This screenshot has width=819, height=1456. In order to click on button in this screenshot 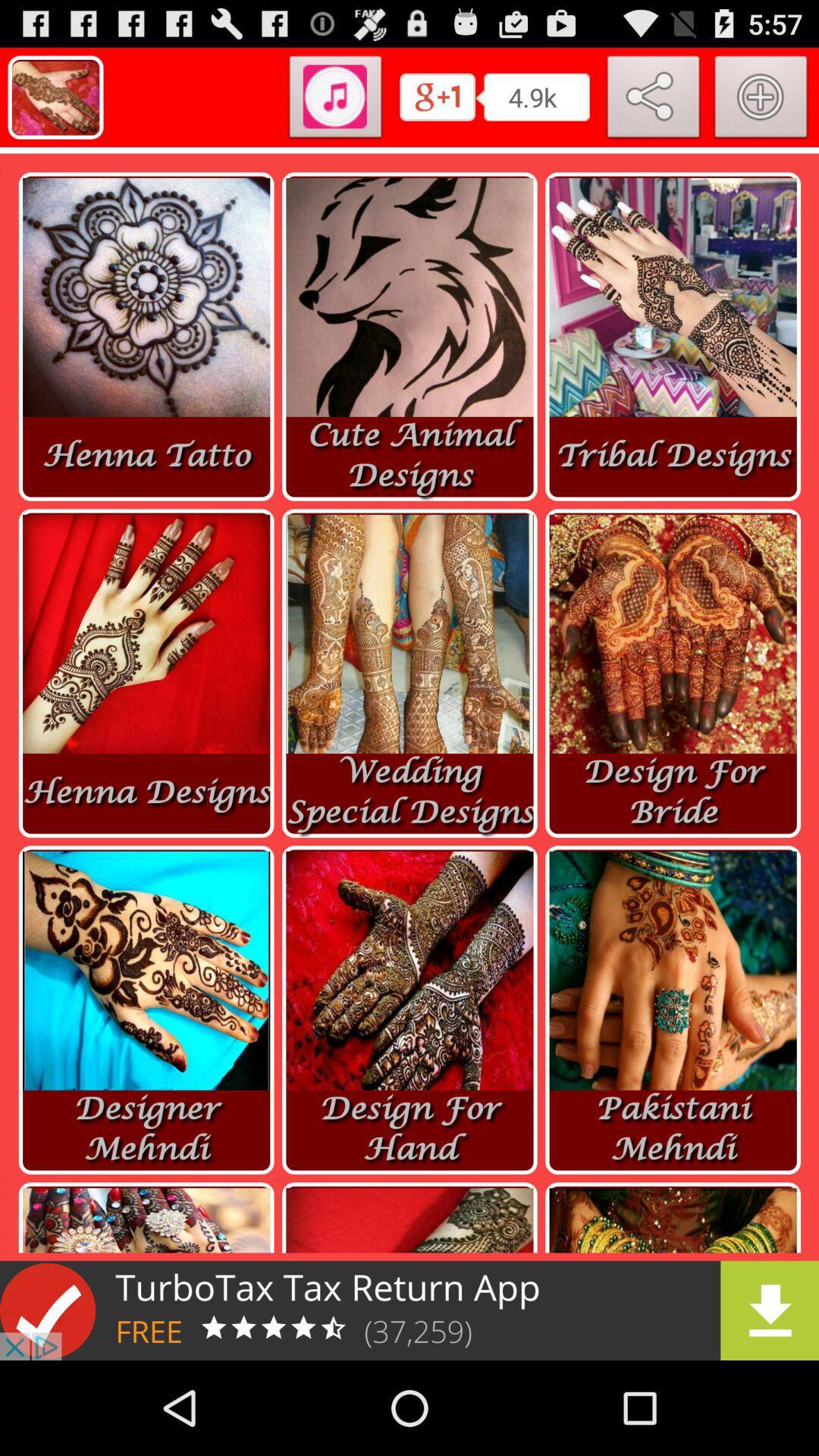, I will do `click(761, 99)`.